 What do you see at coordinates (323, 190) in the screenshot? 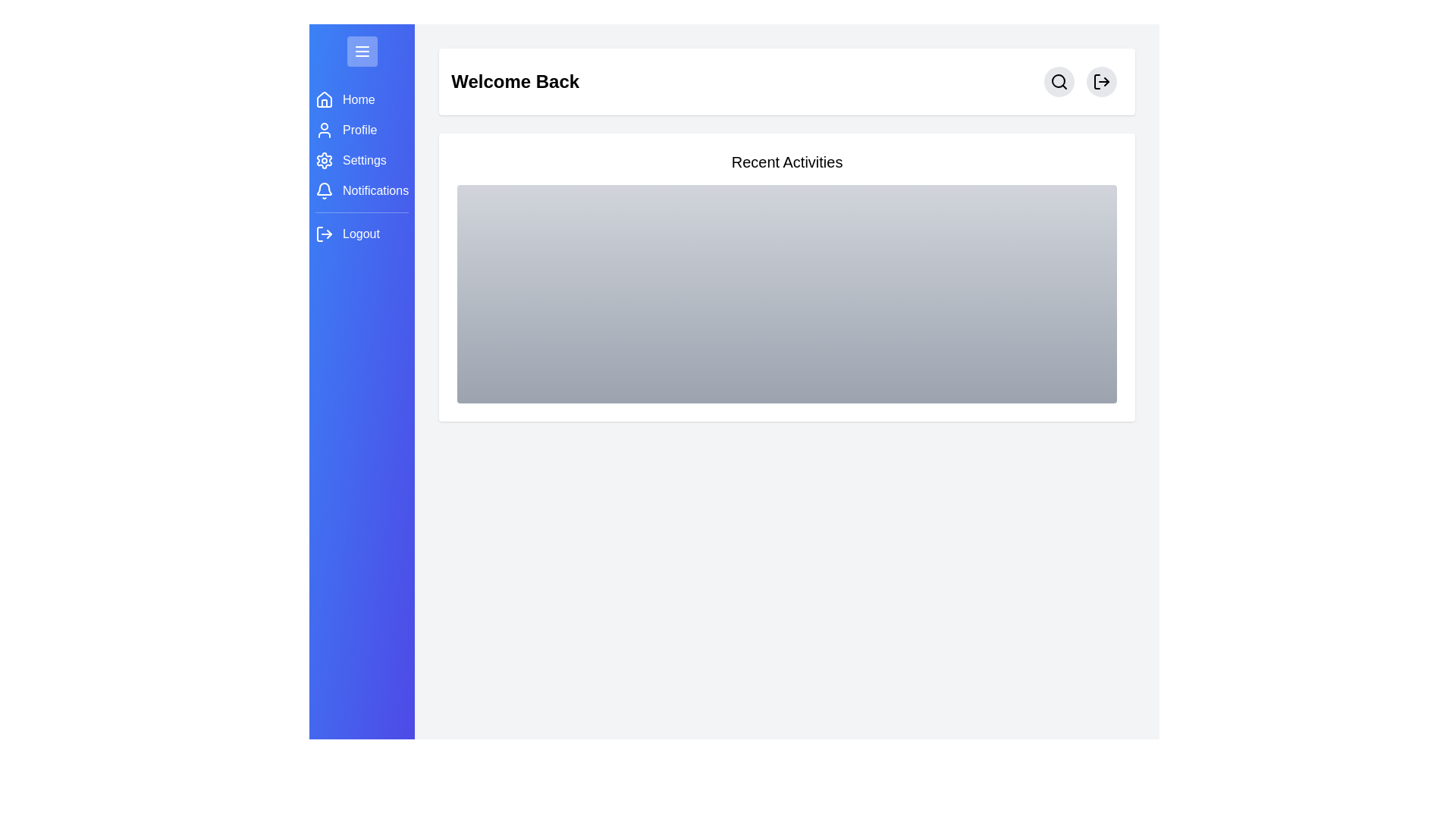
I see `the bell-shaped notification icon located in the vertical navigation menu, which is the fourth item from the top` at bounding box center [323, 190].